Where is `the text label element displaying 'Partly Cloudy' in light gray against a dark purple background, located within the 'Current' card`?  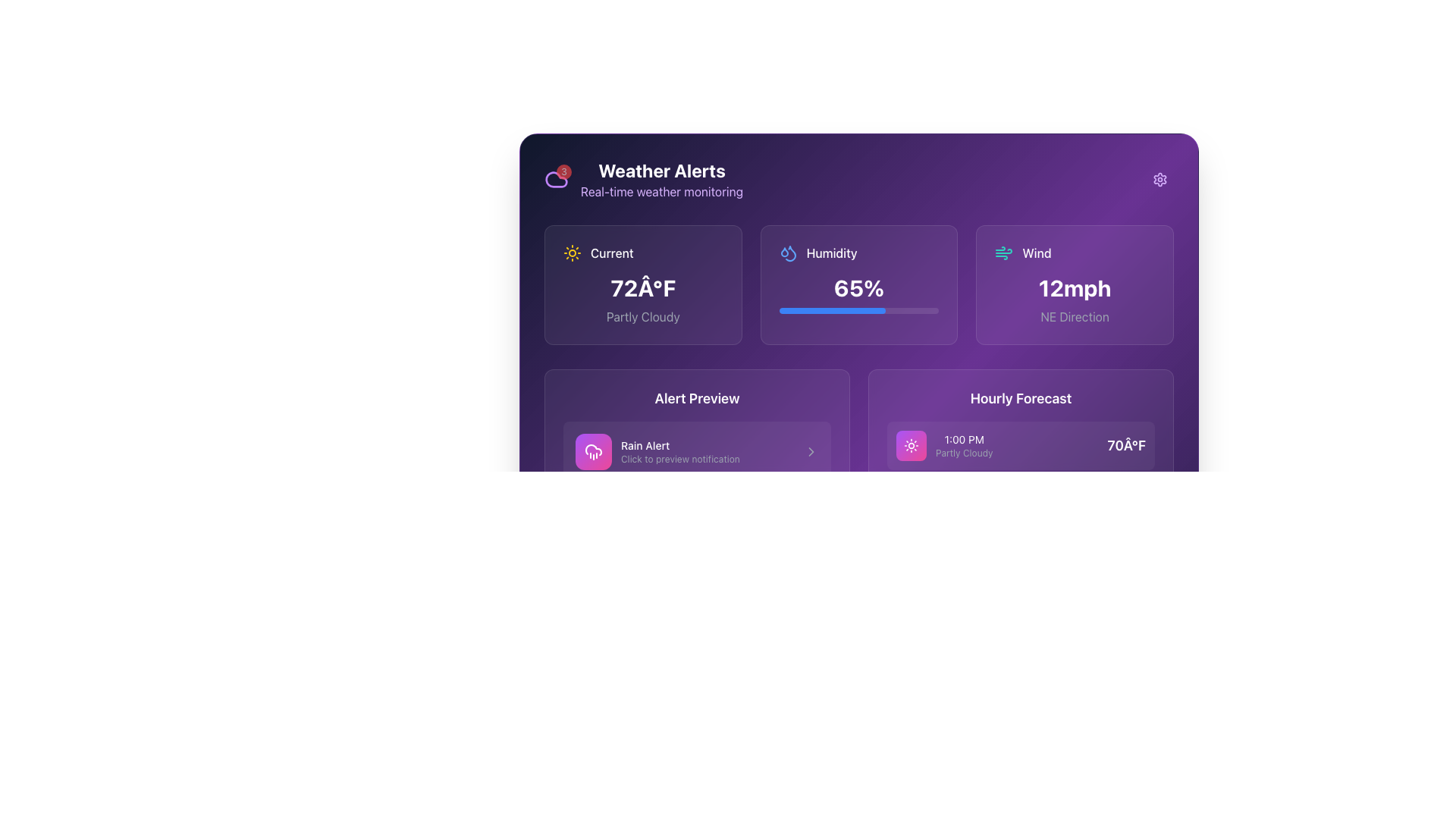 the text label element displaying 'Partly Cloudy' in light gray against a dark purple background, located within the 'Current' card is located at coordinates (643, 315).